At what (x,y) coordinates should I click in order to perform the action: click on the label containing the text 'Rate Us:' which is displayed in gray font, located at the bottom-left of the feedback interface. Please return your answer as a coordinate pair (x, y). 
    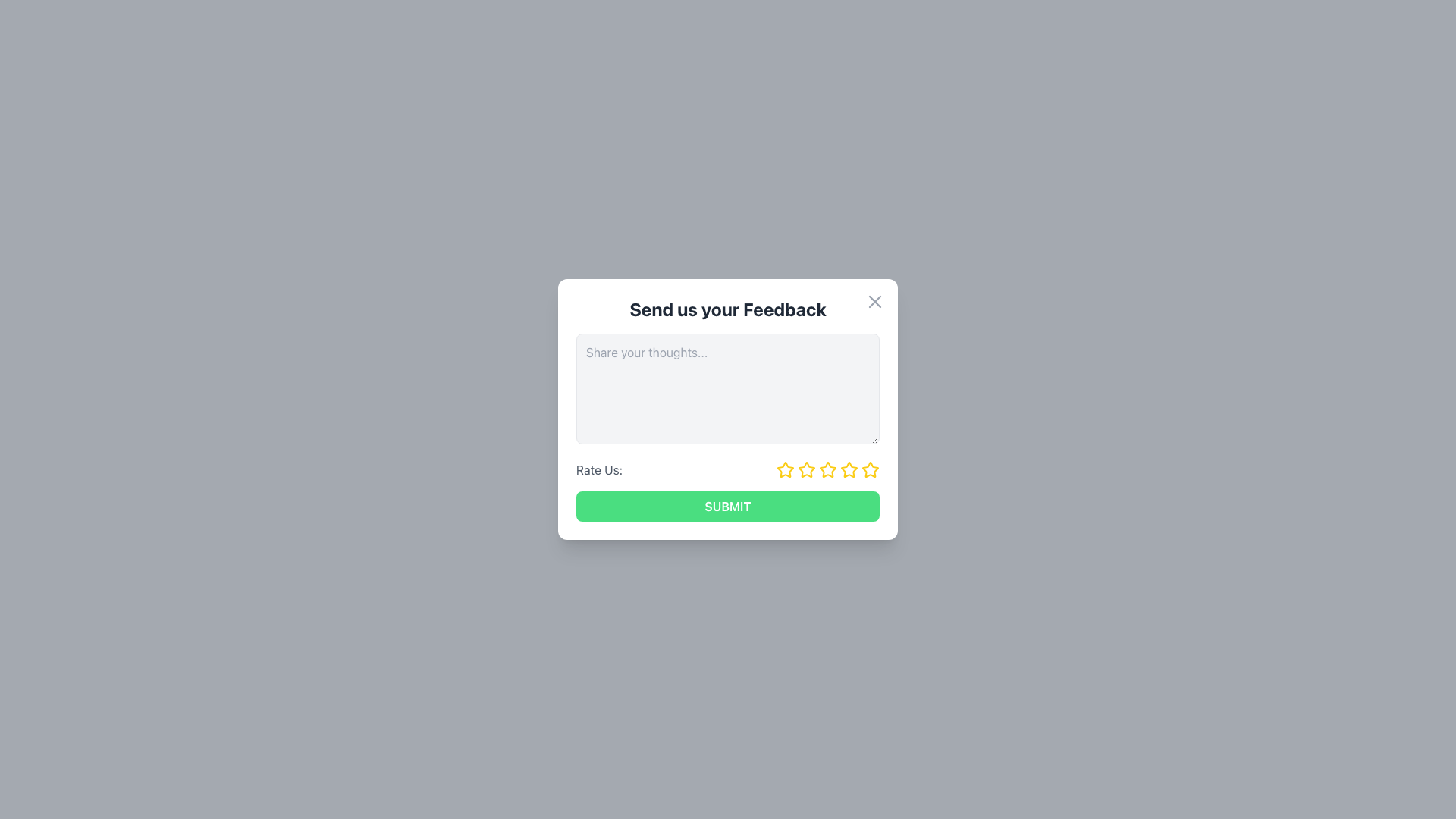
    Looking at the image, I should click on (598, 469).